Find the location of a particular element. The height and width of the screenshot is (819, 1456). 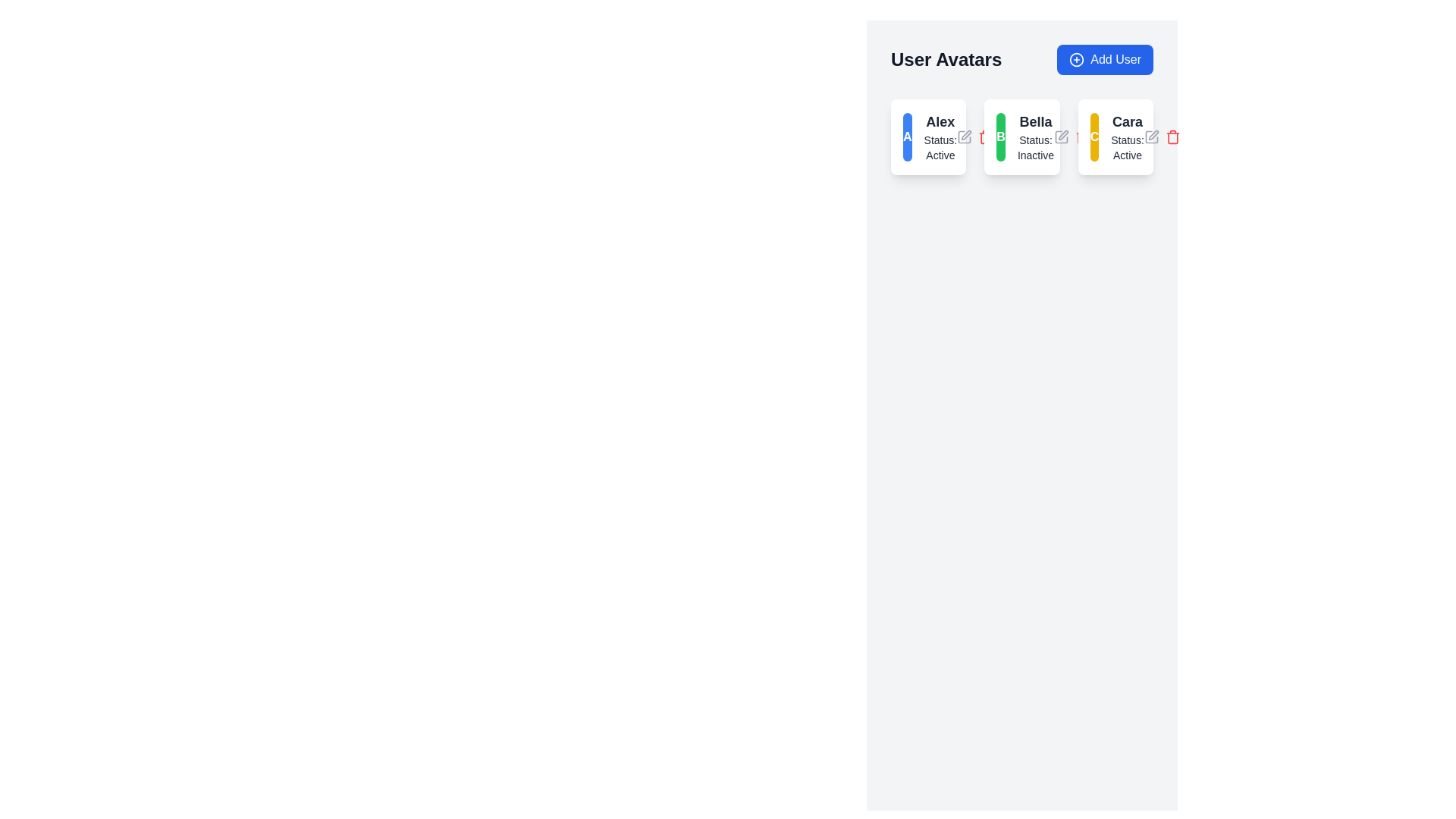

text label indicating the function of the button that adds a user, located in the top-right corner of the user interface is located at coordinates (1116, 58).